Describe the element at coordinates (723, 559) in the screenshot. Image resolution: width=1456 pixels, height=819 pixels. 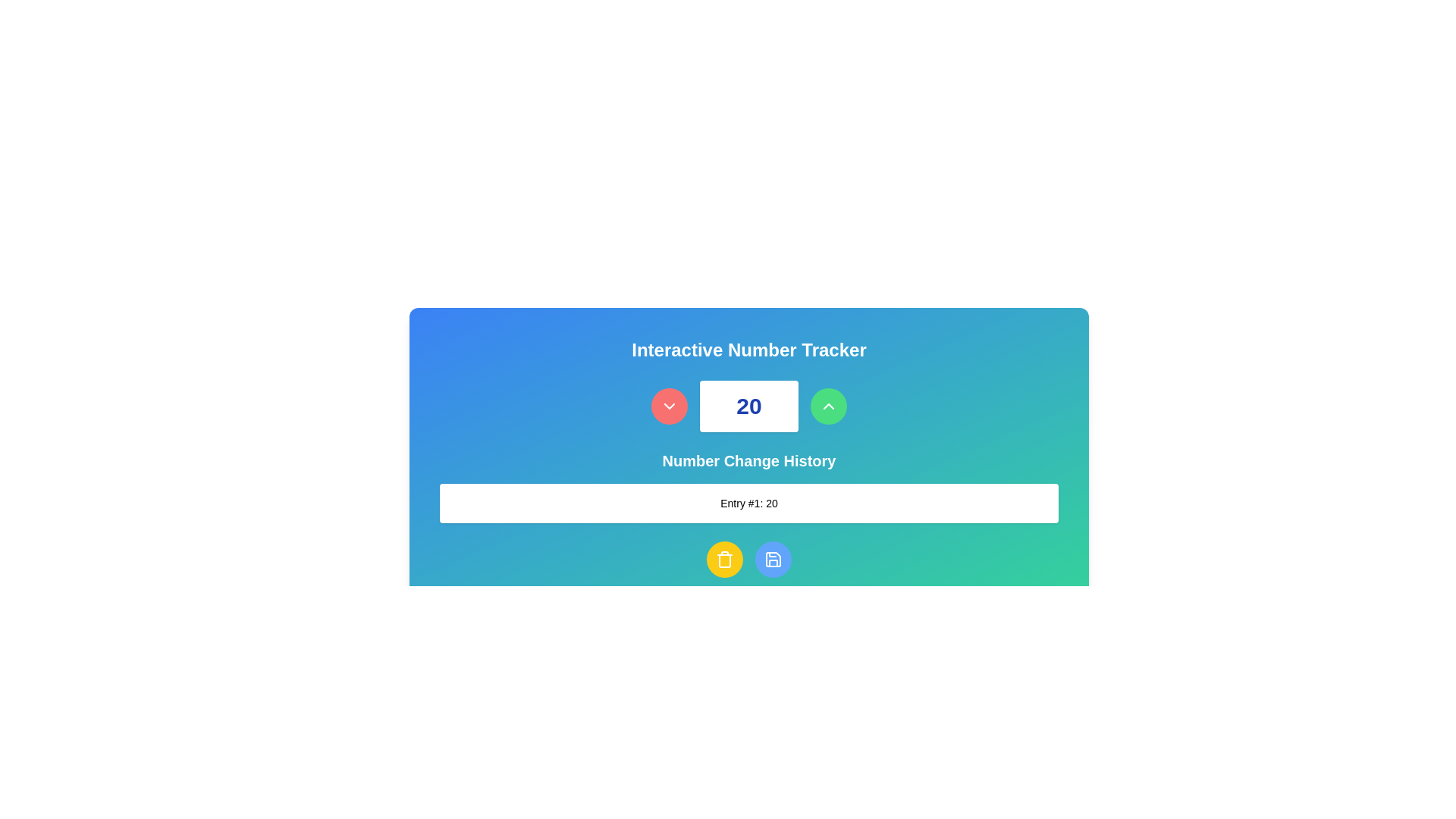
I see `the trash can button icon with a yellow circular background, located at the bottom center of the interface` at that location.